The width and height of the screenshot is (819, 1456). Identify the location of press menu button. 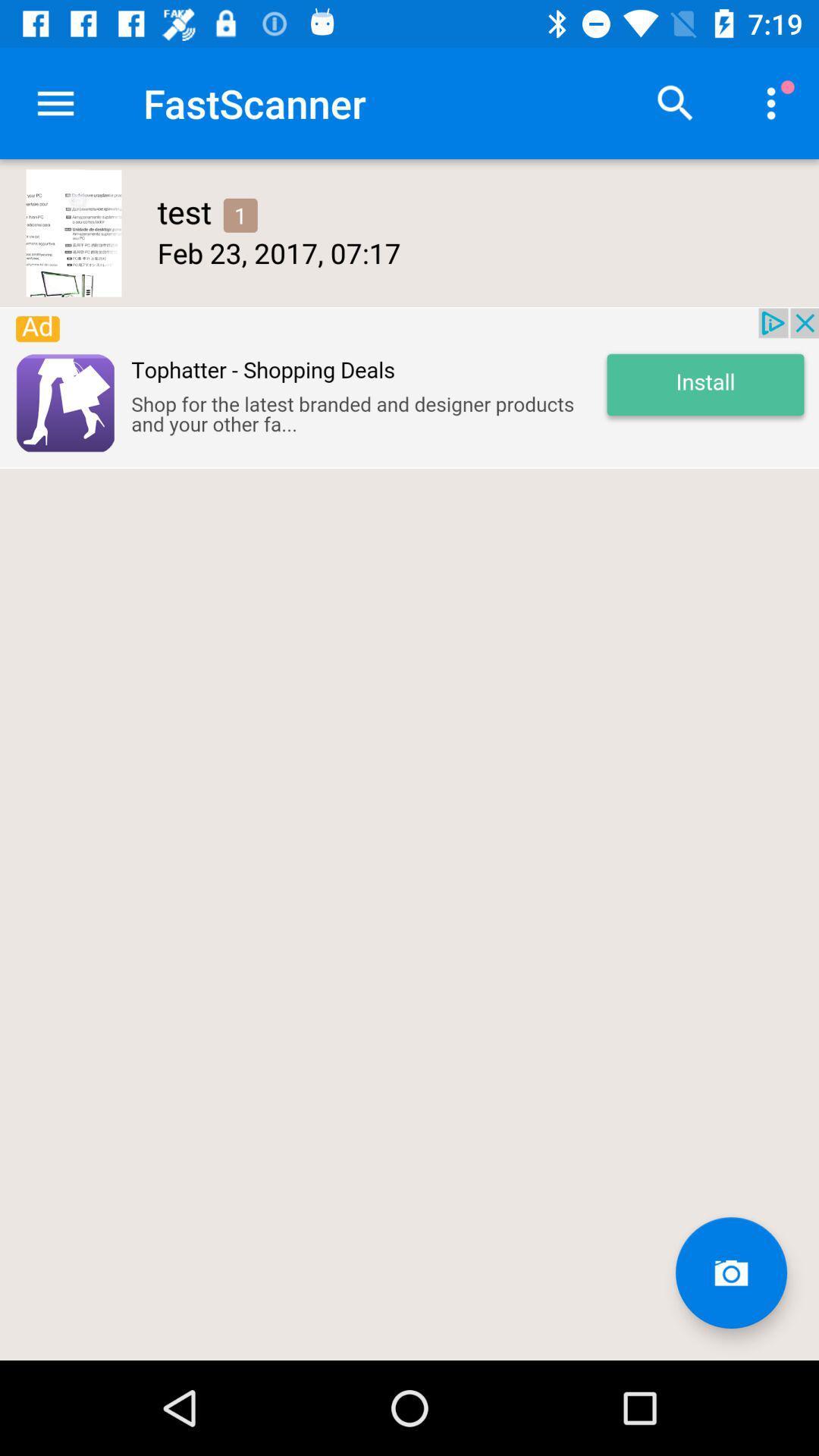
(55, 102).